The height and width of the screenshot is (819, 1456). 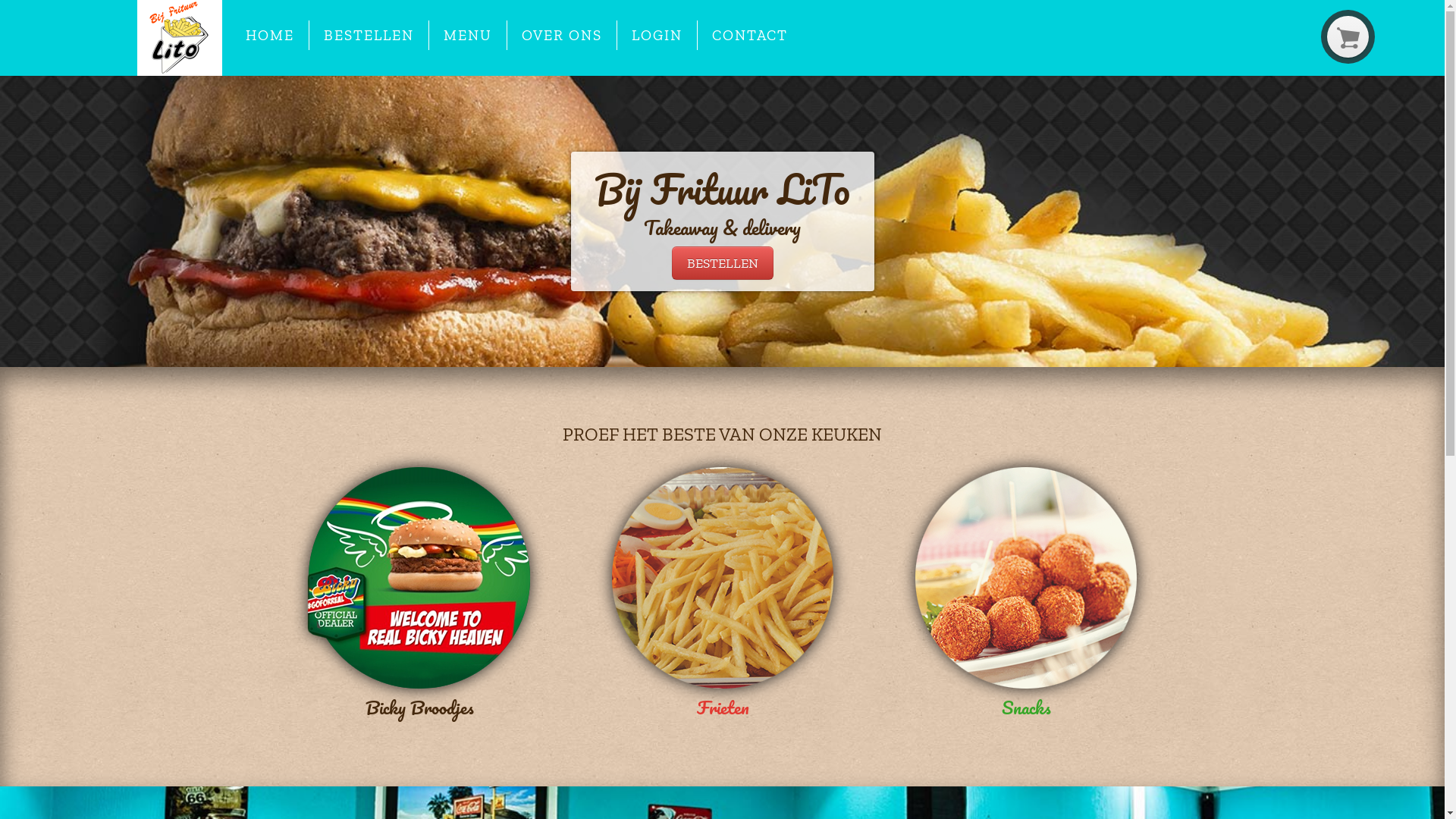 I want to click on 'MENU', so click(x=467, y=34).